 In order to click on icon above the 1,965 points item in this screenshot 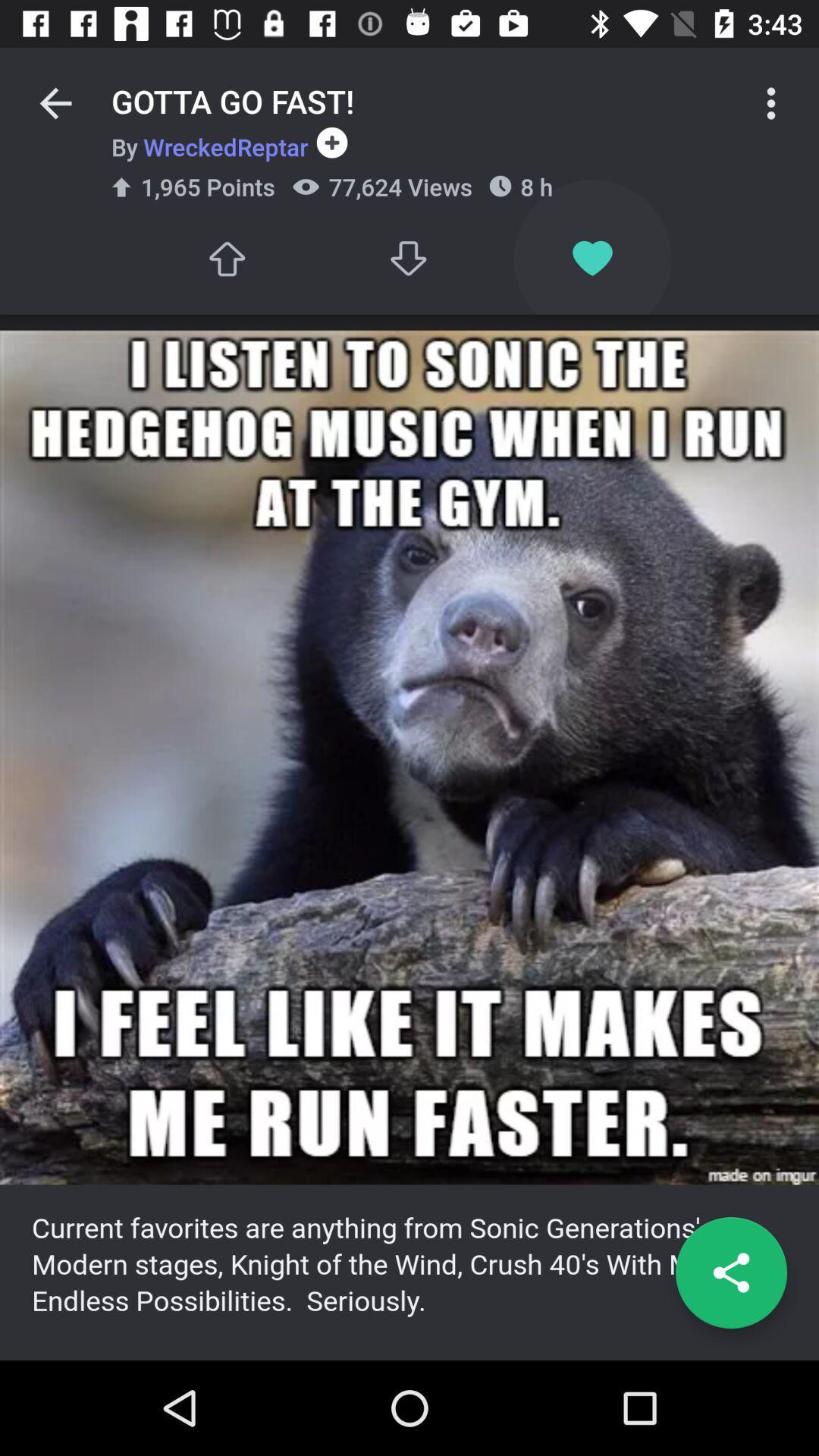, I will do `click(209, 146)`.